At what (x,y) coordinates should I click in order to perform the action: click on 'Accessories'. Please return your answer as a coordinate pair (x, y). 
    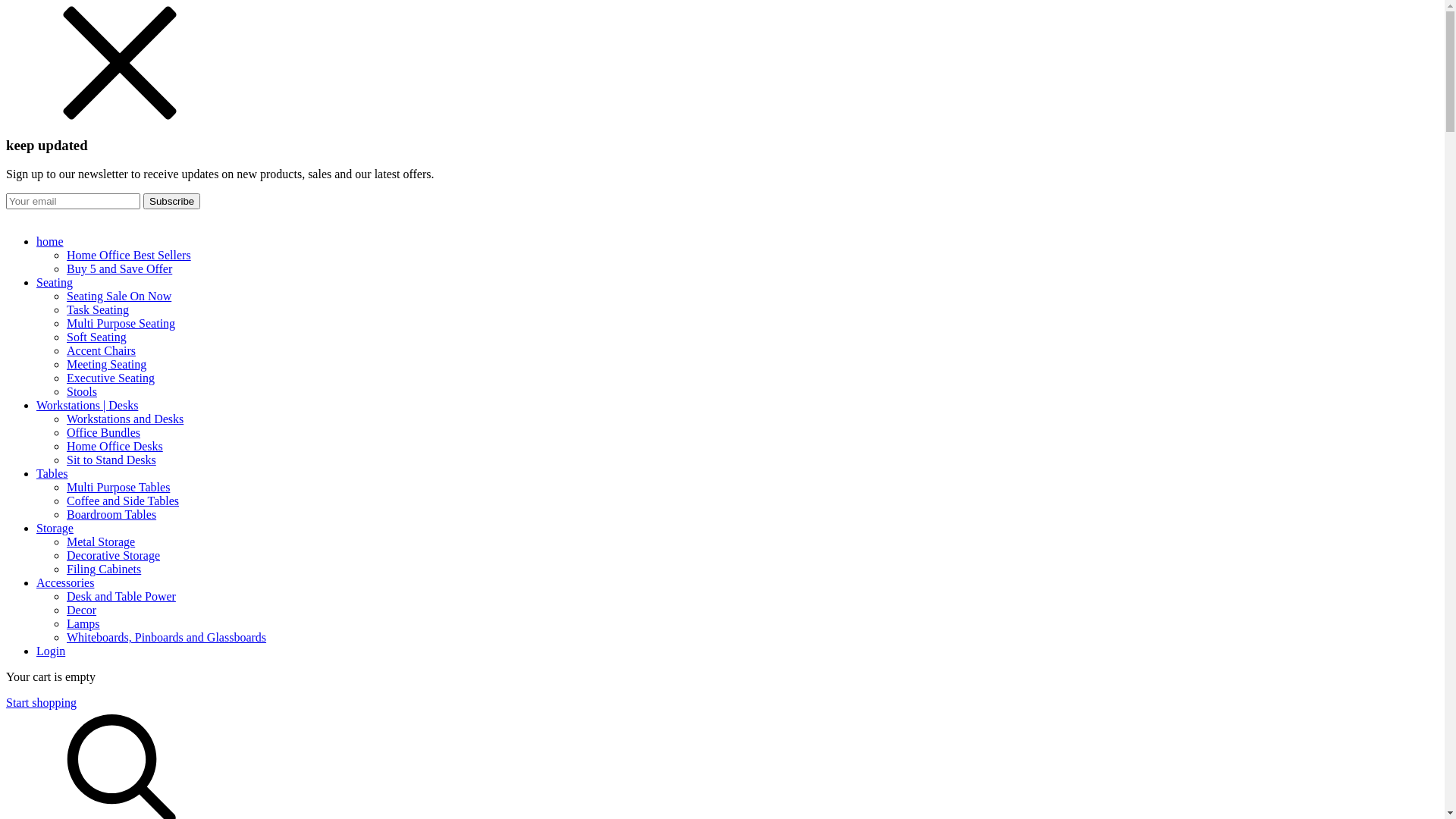
    Looking at the image, I should click on (737, 582).